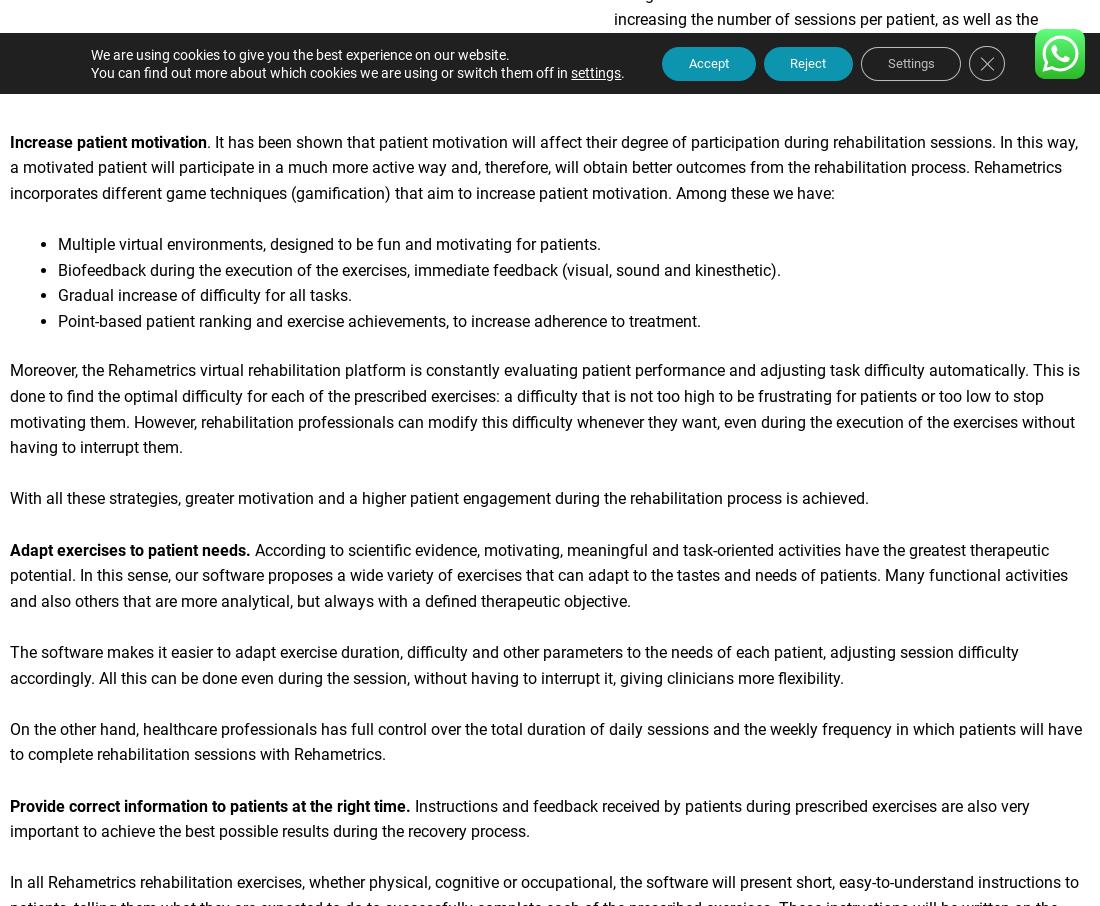  Describe the element at coordinates (284, 53) in the screenshot. I see `'We are using cookies to give you the best experience on our website.'` at that location.